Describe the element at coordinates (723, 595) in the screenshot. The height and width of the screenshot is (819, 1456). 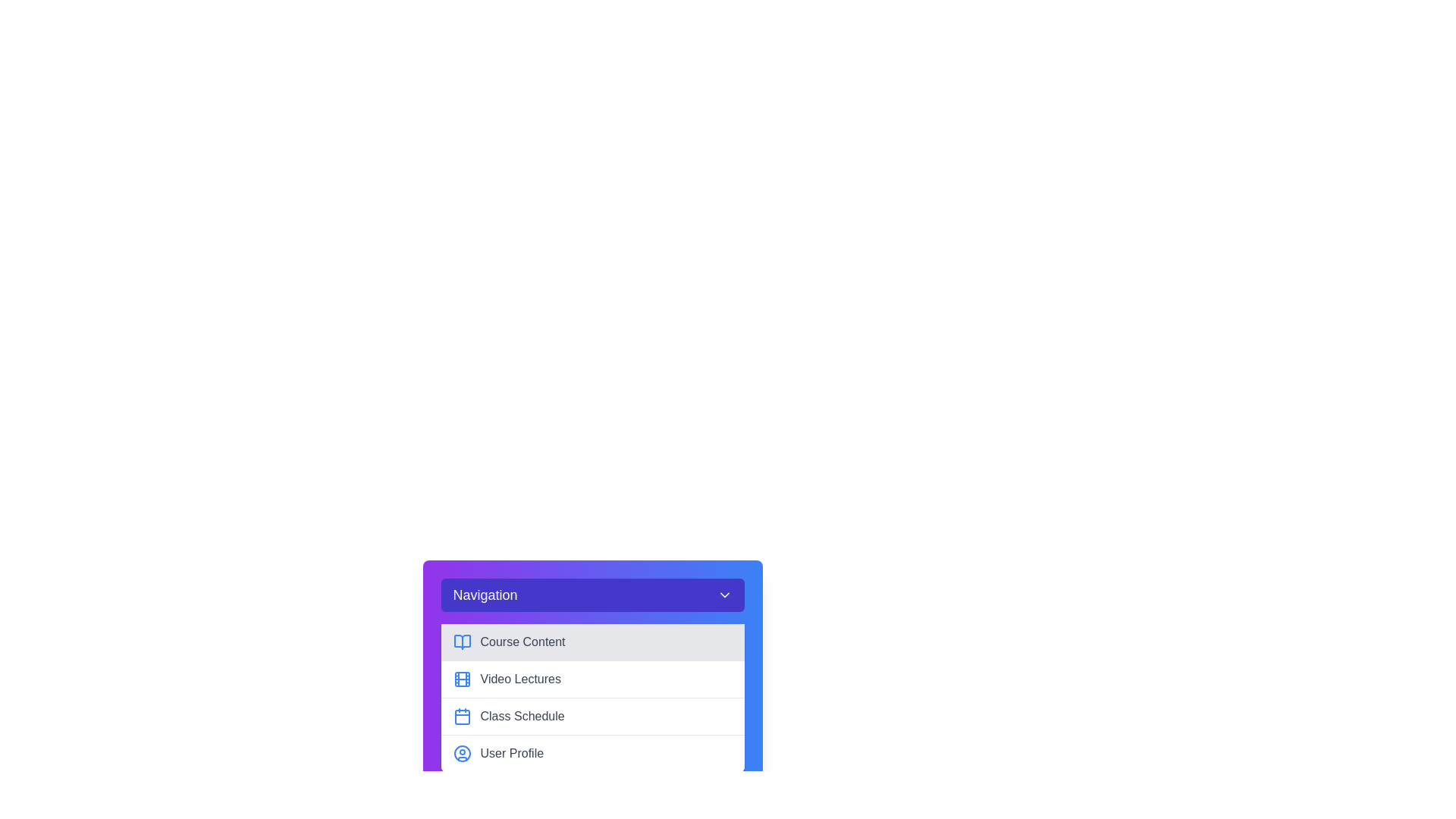
I see `the downward-pointing chevron icon in the purple header section labeled 'Navigation'` at that location.